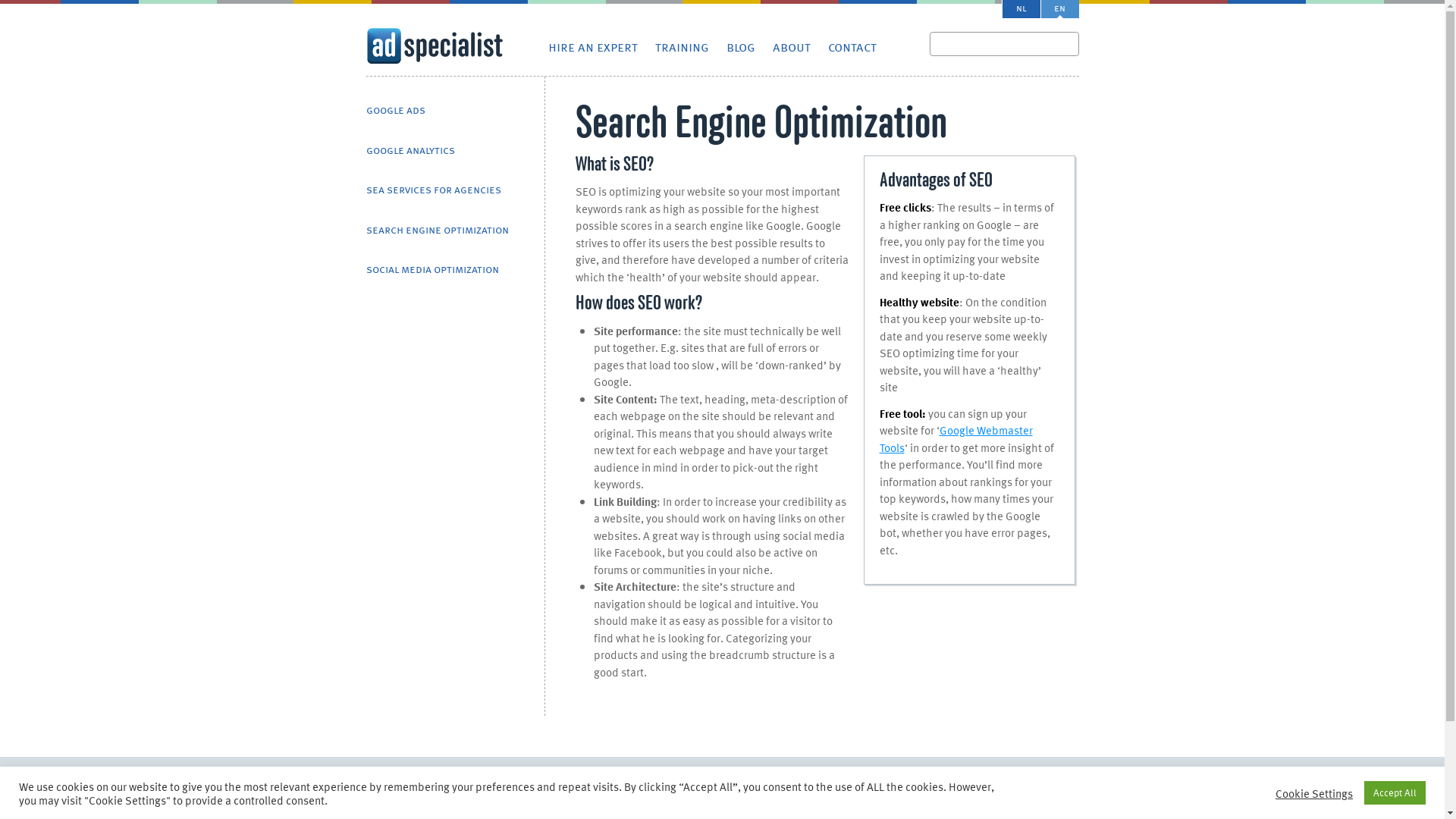 This screenshot has width=1456, height=819. What do you see at coordinates (365, 151) in the screenshot?
I see `'google analytics'` at bounding box center [365, 151].